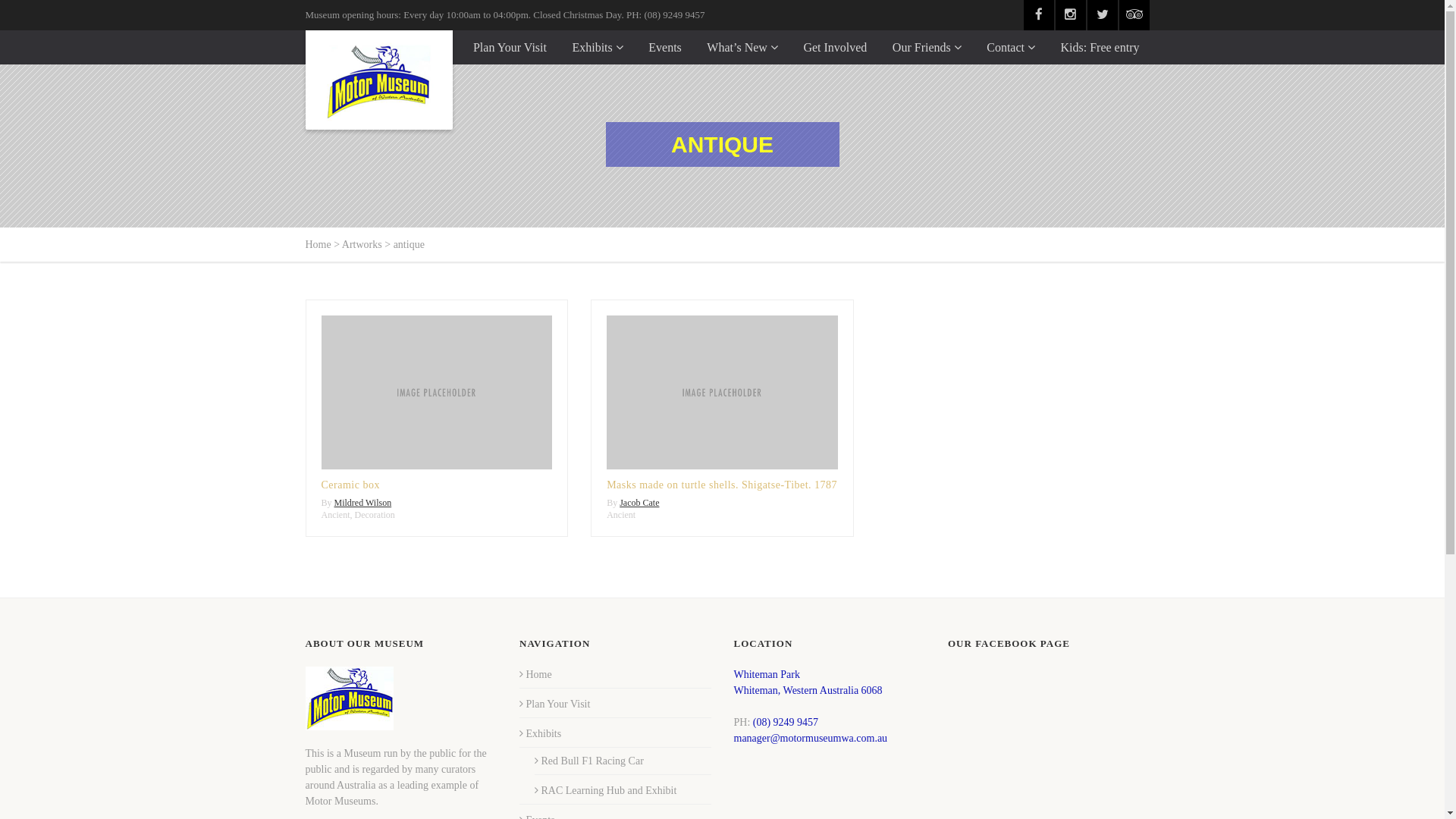 This screenshot has width=1456, height=819. What do you see at coordinates (639, 503) in the screenshot?
I see `'Jacob Cate'` at bounding box center [639, 503].